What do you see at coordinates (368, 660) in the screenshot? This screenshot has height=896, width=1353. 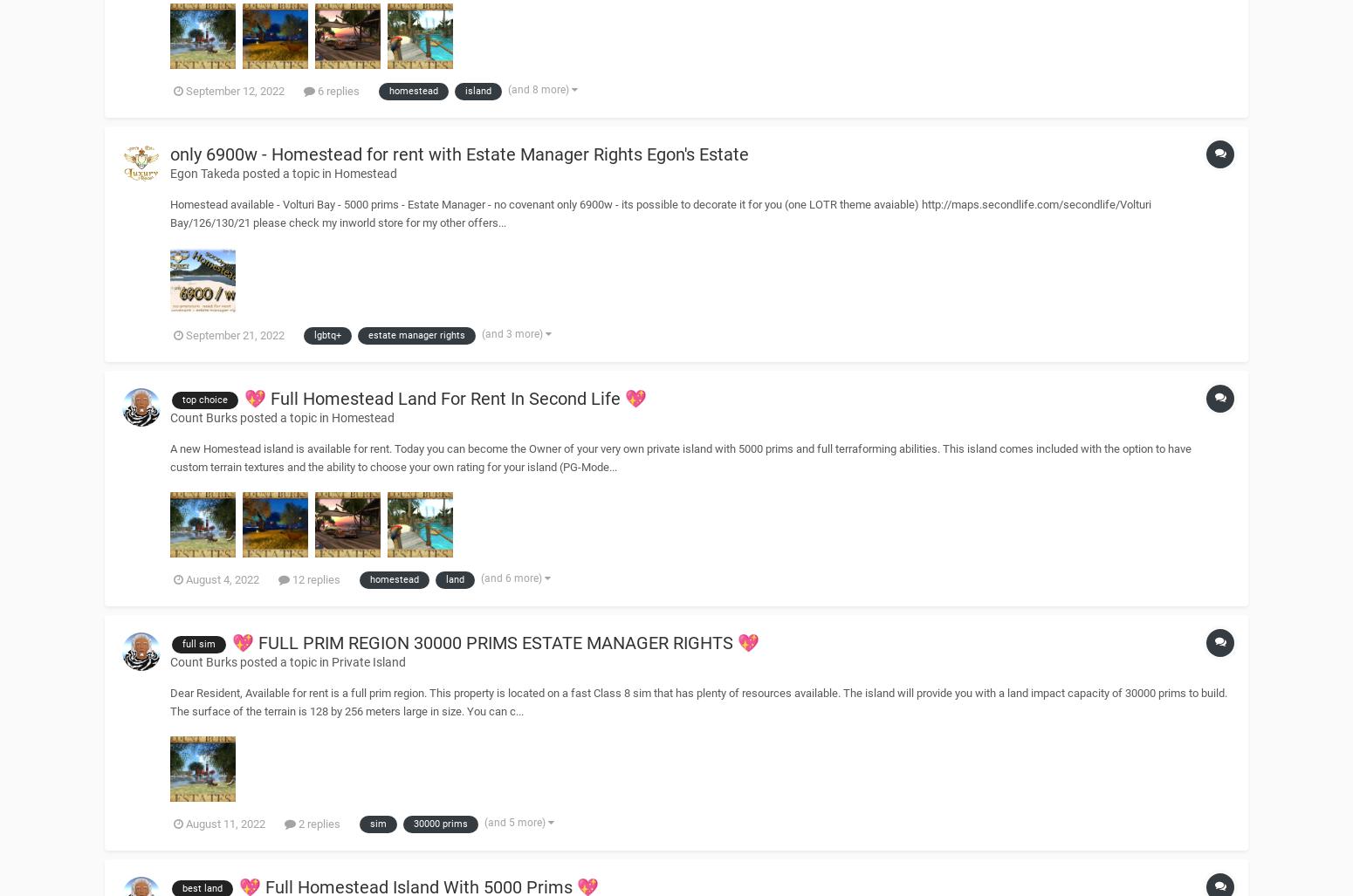 I see `'Private Island'` at bounding box center [368, 660].